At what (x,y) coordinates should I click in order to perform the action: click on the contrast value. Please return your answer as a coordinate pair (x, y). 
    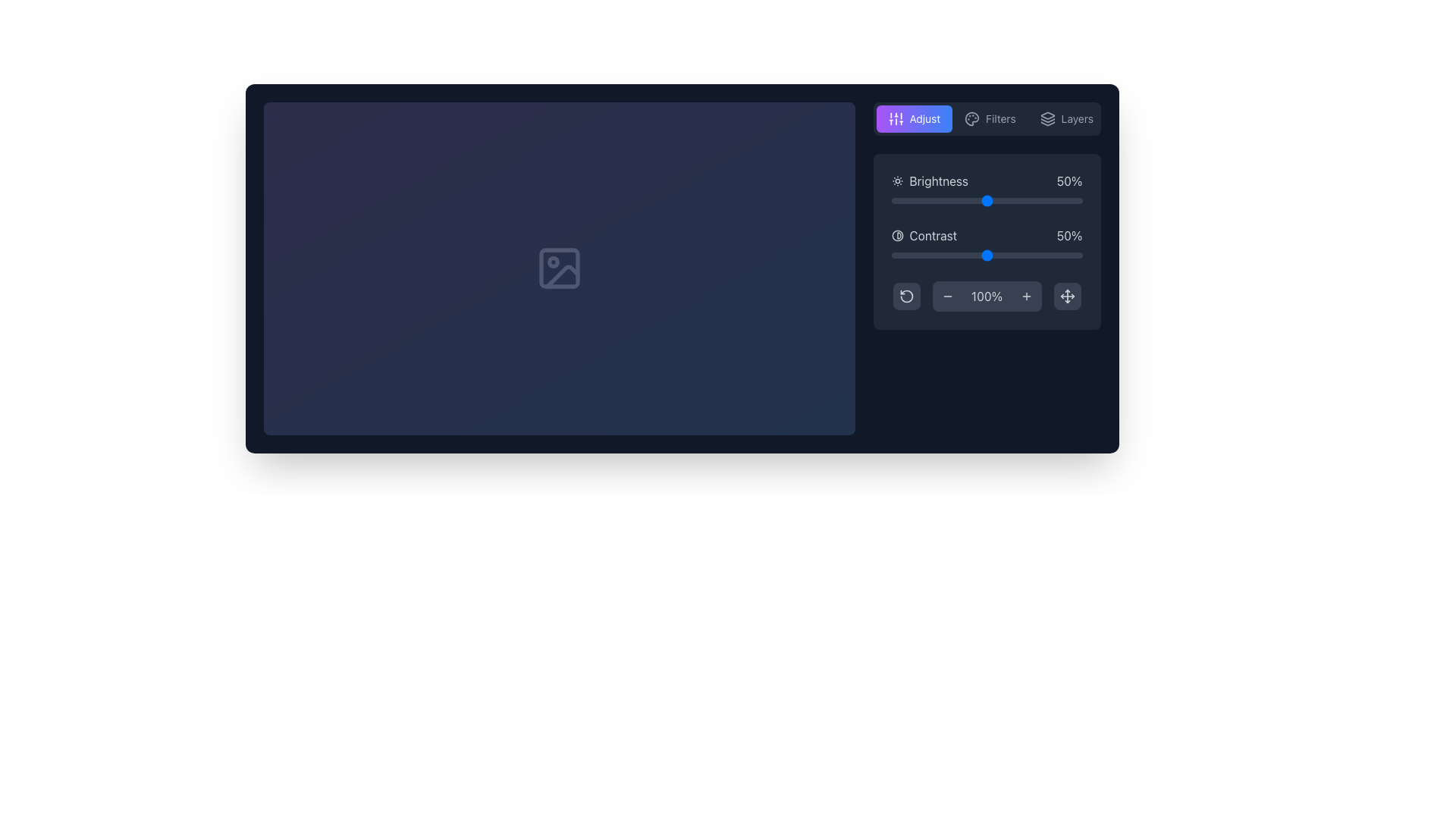
    Looking at the image, I should click on (927, 254).